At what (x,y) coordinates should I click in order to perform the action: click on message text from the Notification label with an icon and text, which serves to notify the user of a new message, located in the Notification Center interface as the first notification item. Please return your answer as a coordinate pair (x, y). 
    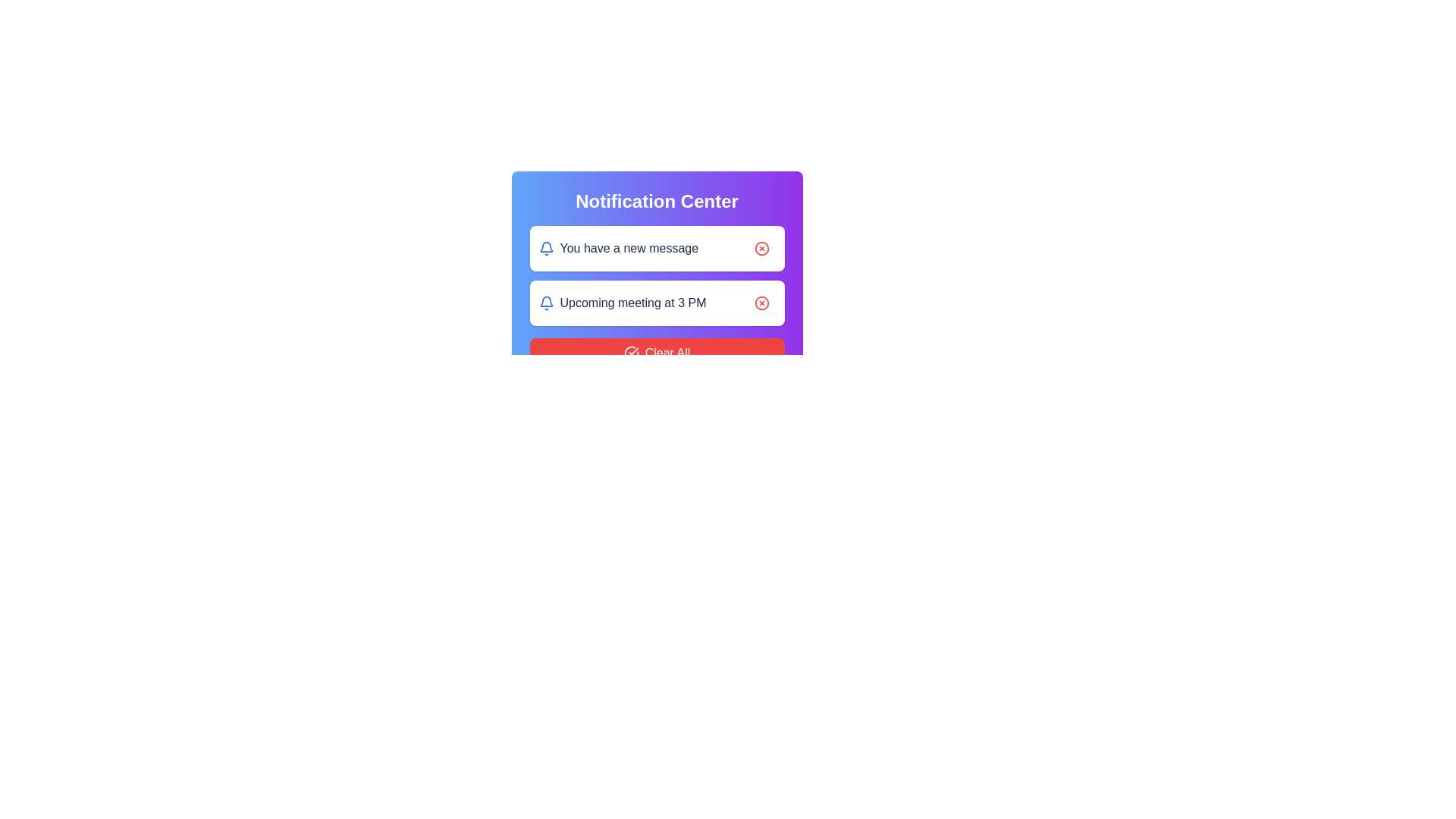
    Looking at the image, I should click on (618, 247).